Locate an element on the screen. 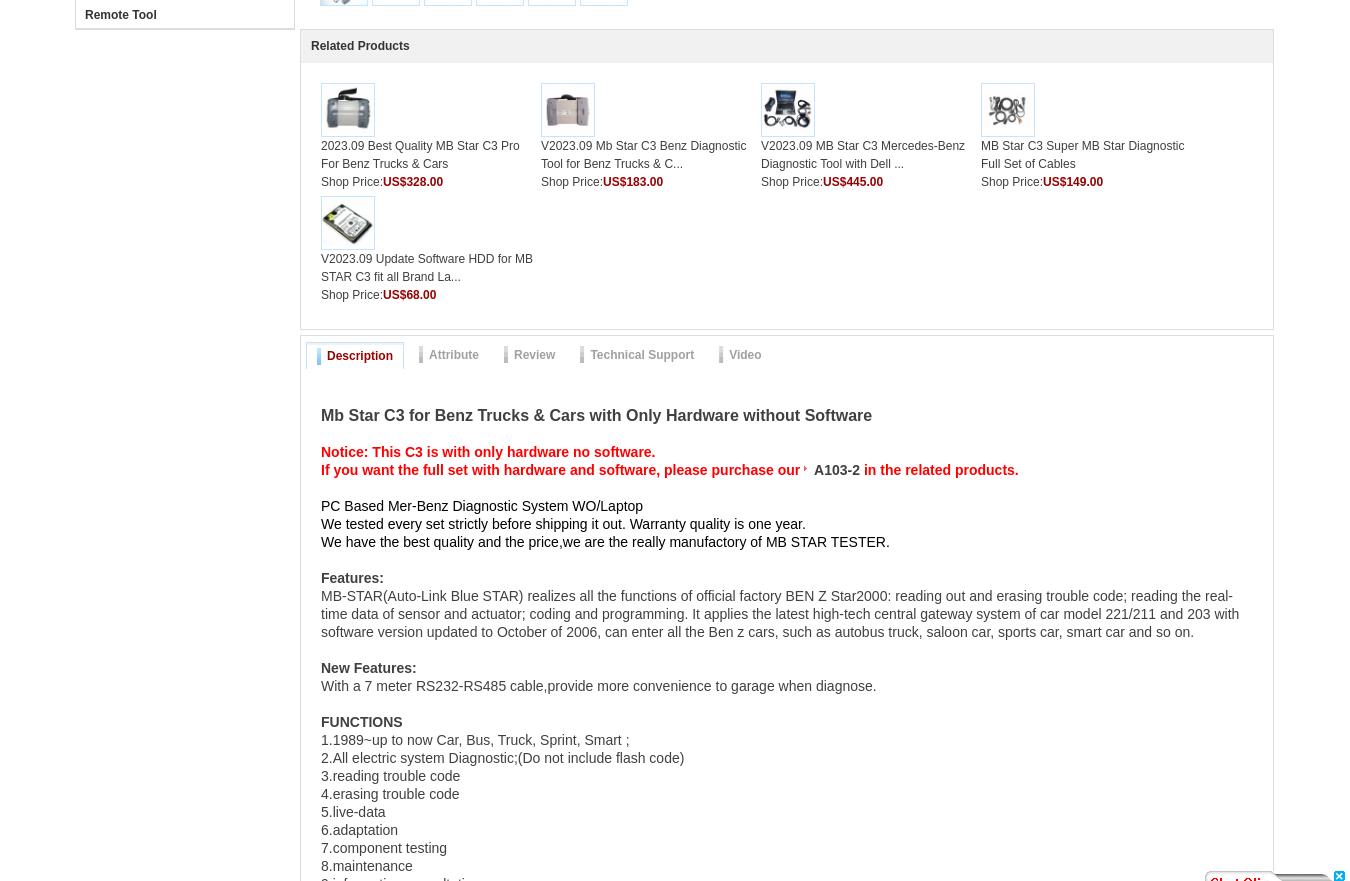  '2023.09 Best Quality MB Star C3 Pro For Benz Trucks & Cars' is located at coordinates (419, 153).